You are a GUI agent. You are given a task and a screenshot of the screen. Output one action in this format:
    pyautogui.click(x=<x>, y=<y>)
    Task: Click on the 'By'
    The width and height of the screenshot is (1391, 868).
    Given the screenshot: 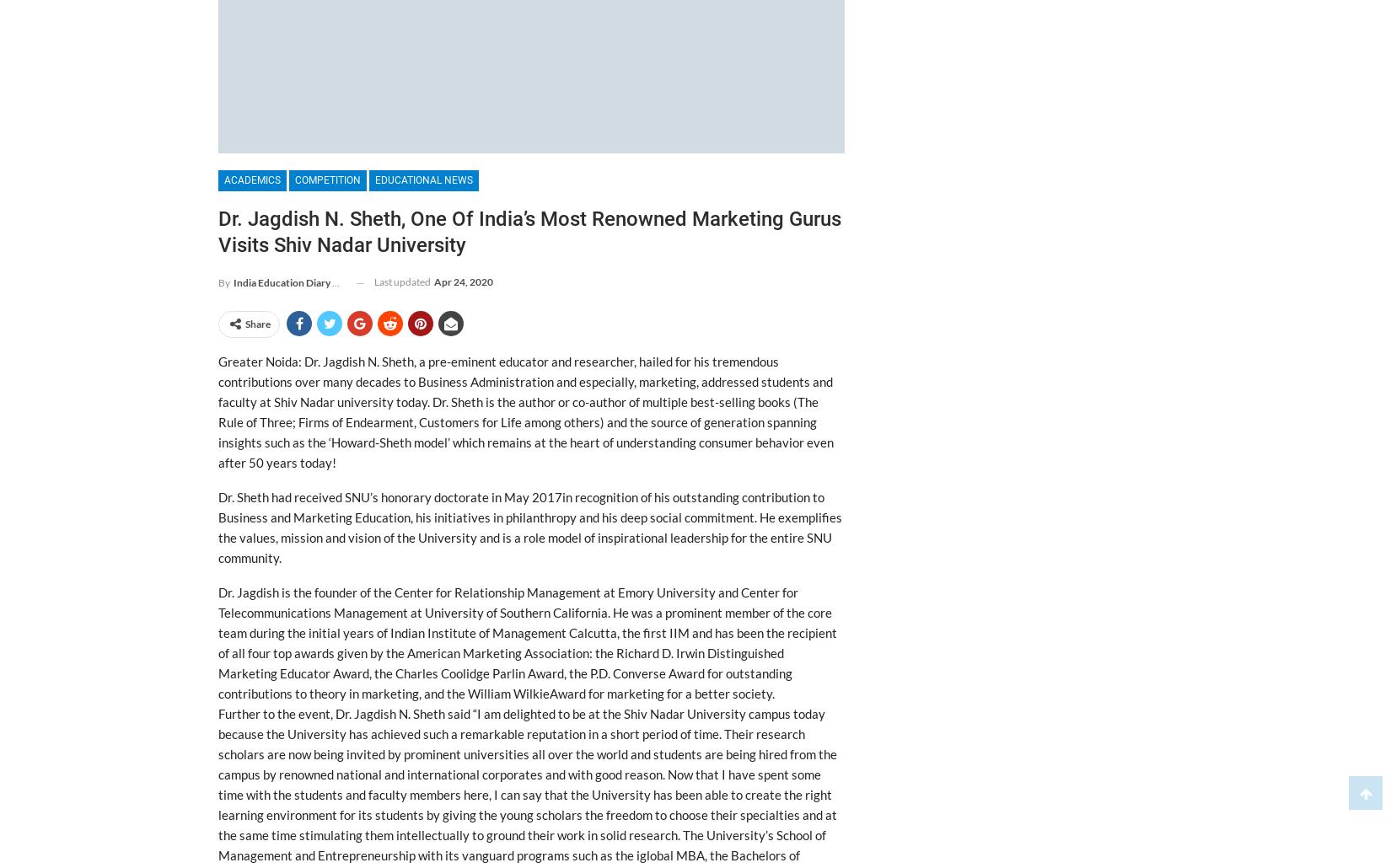 What is the action you would take?
    pyautogui.click(x=224, y=281)
    